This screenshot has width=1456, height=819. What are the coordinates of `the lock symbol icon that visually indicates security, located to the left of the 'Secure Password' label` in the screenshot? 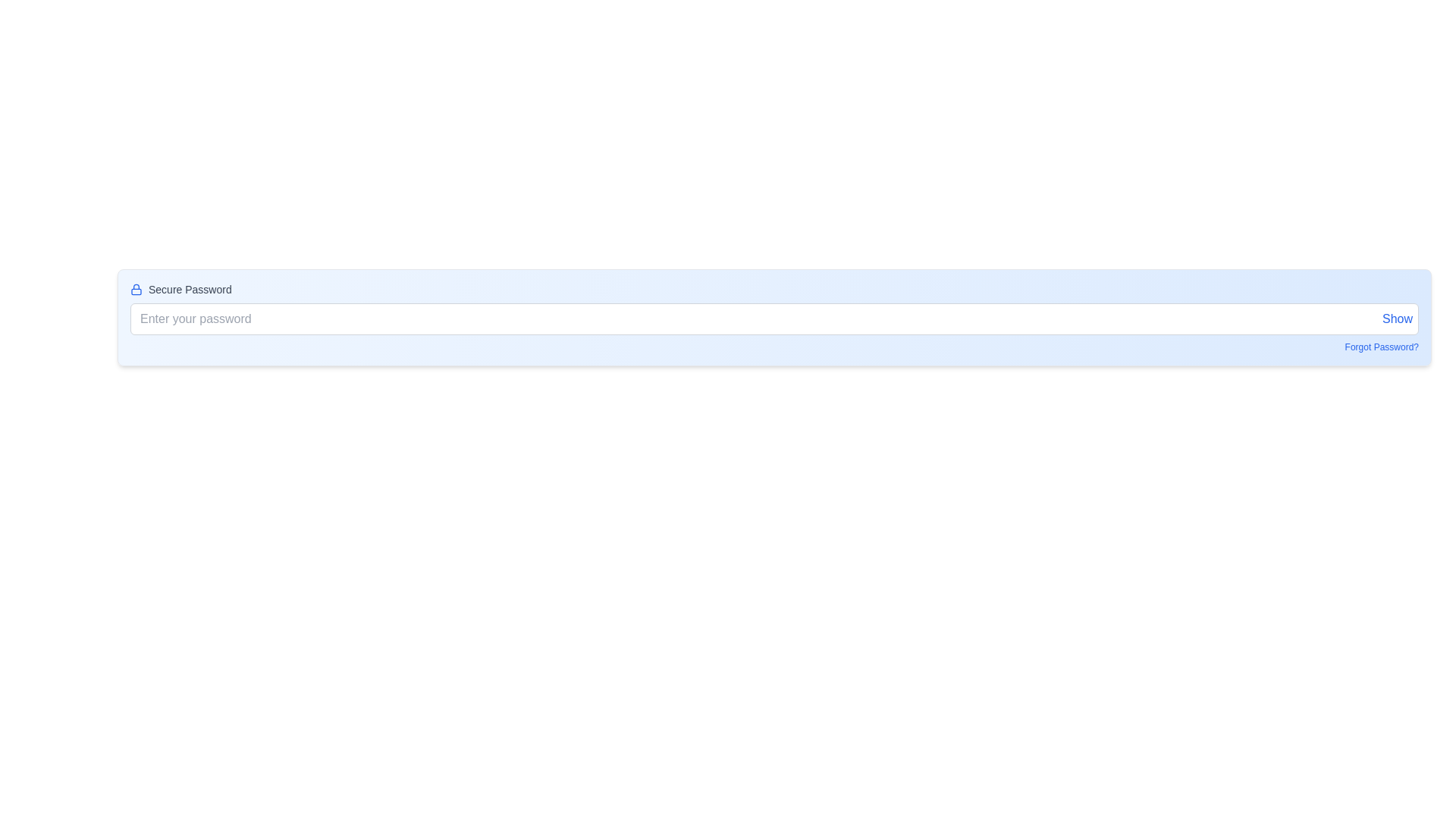 It's located at (136, 289).